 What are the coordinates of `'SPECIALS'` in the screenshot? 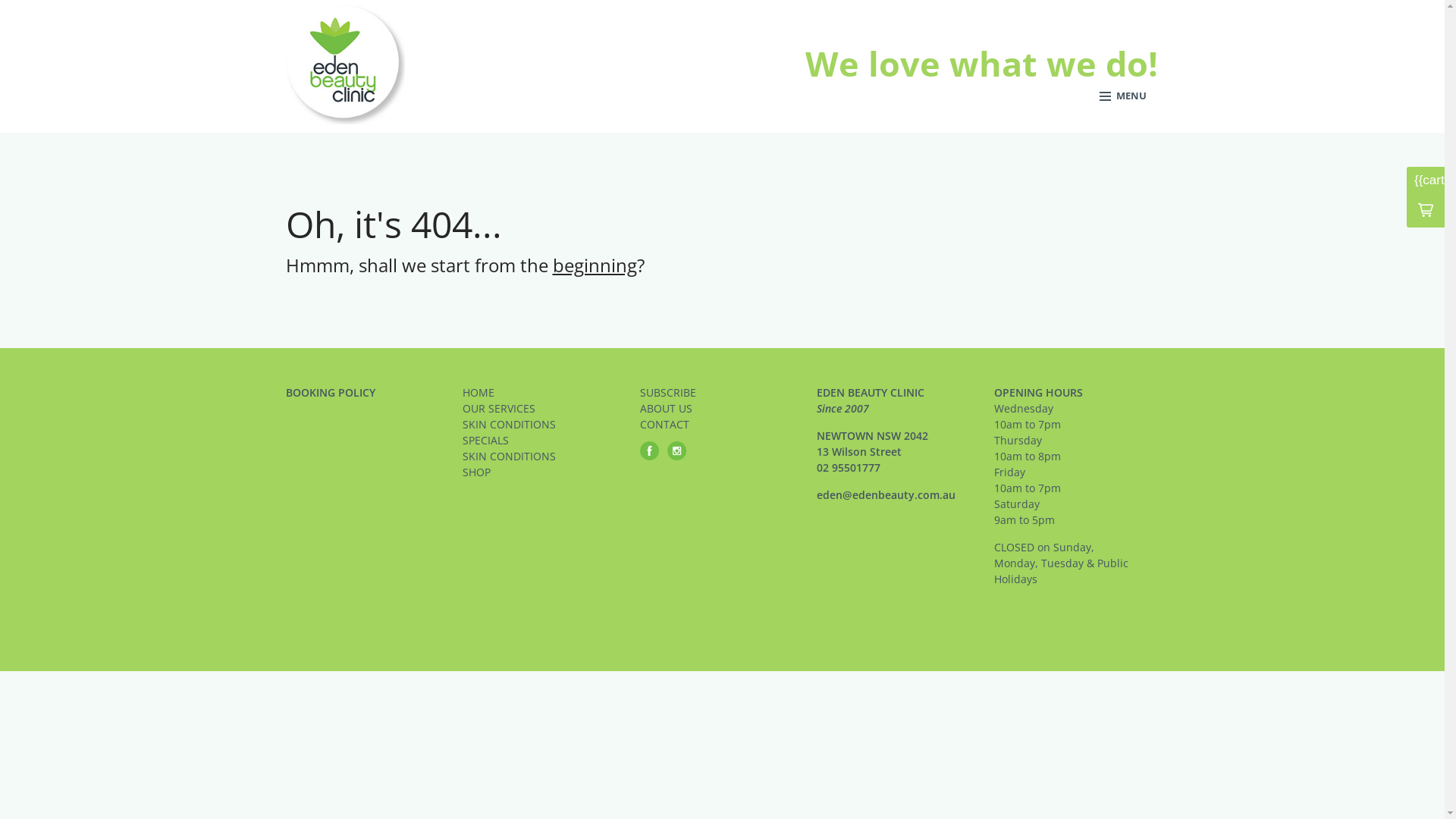 It's located at (461, 440).